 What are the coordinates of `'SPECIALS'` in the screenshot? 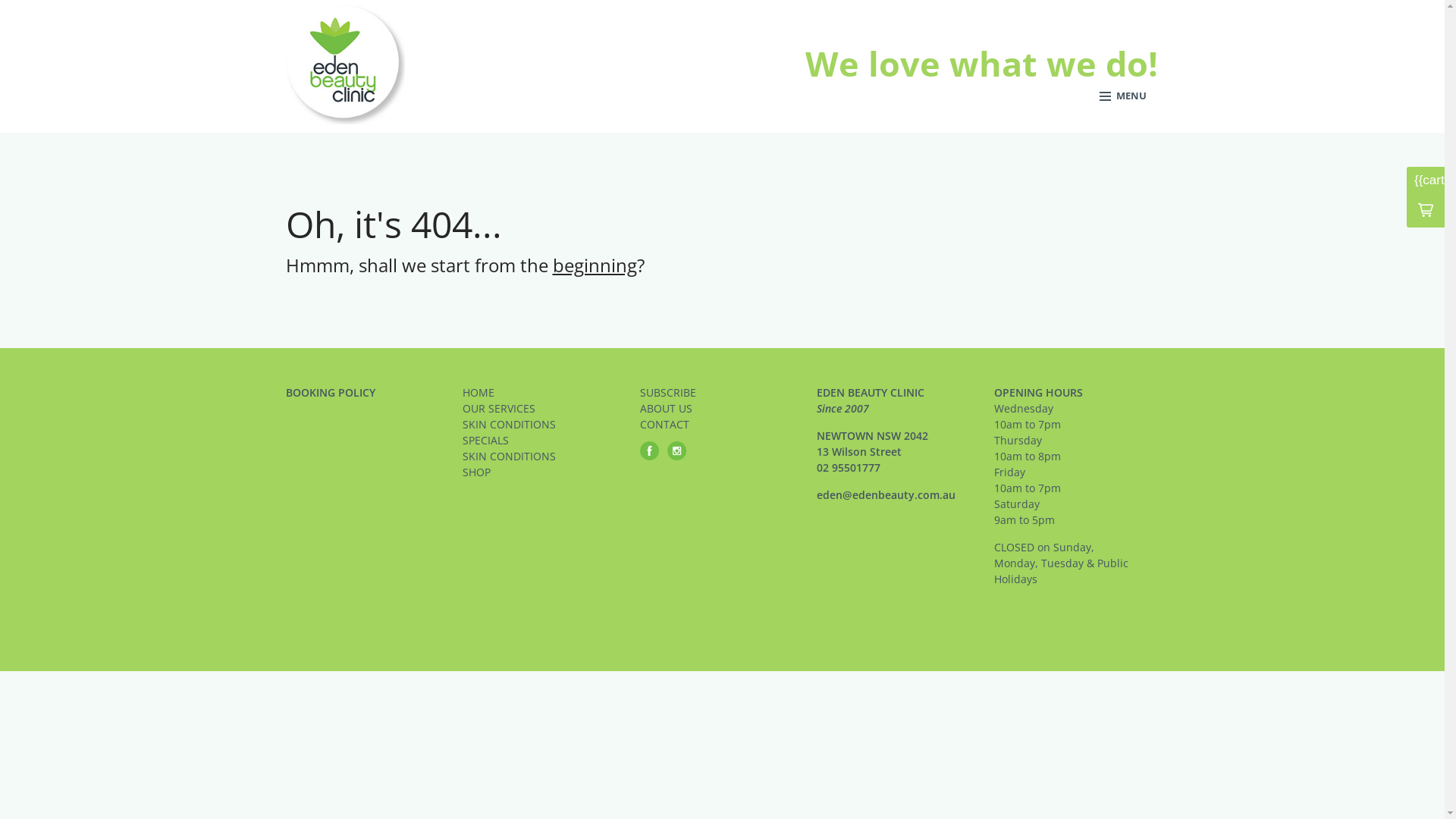 It's located at (461, 440).